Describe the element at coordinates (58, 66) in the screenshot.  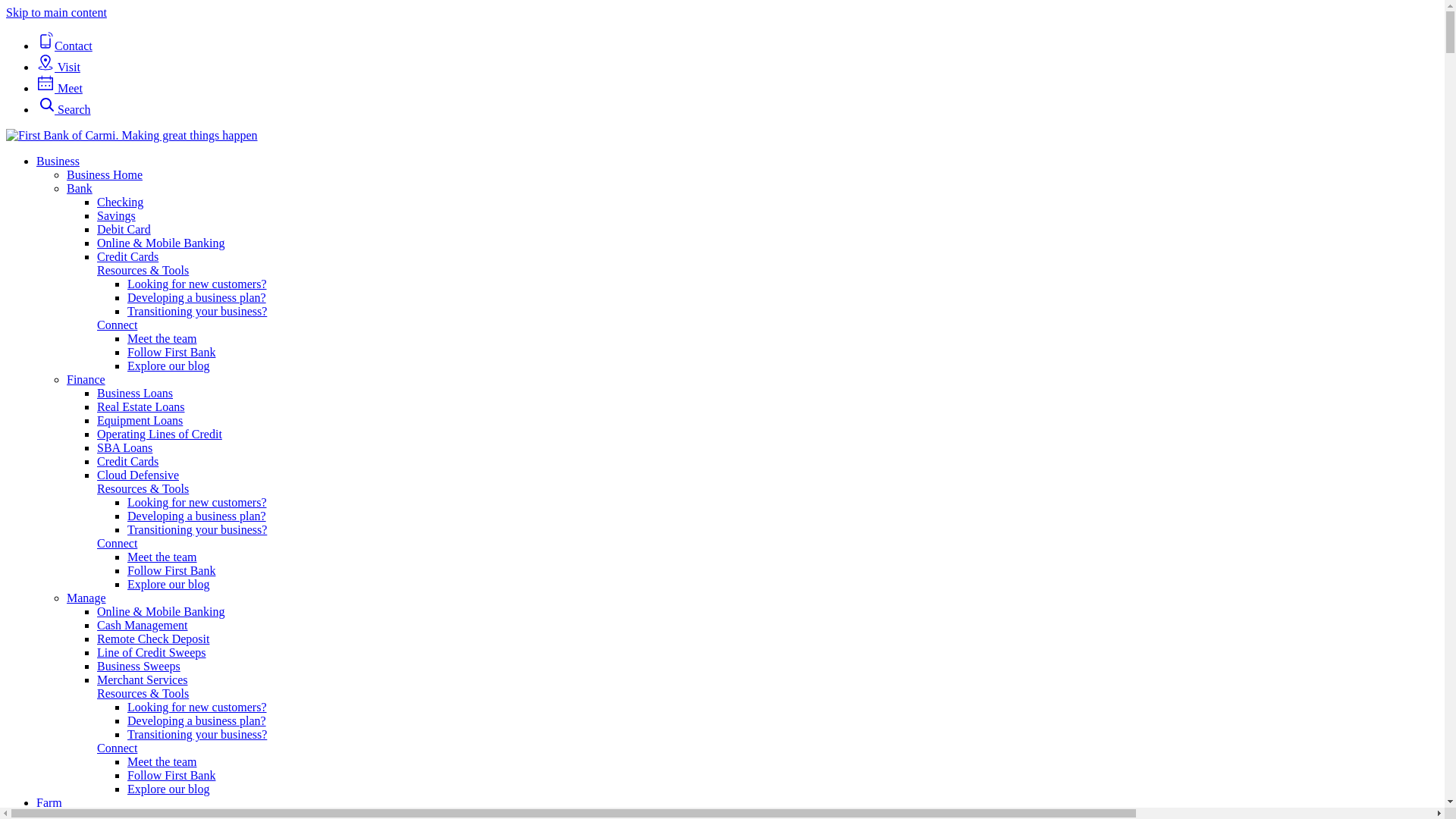
I see `'Visit'` at that location.